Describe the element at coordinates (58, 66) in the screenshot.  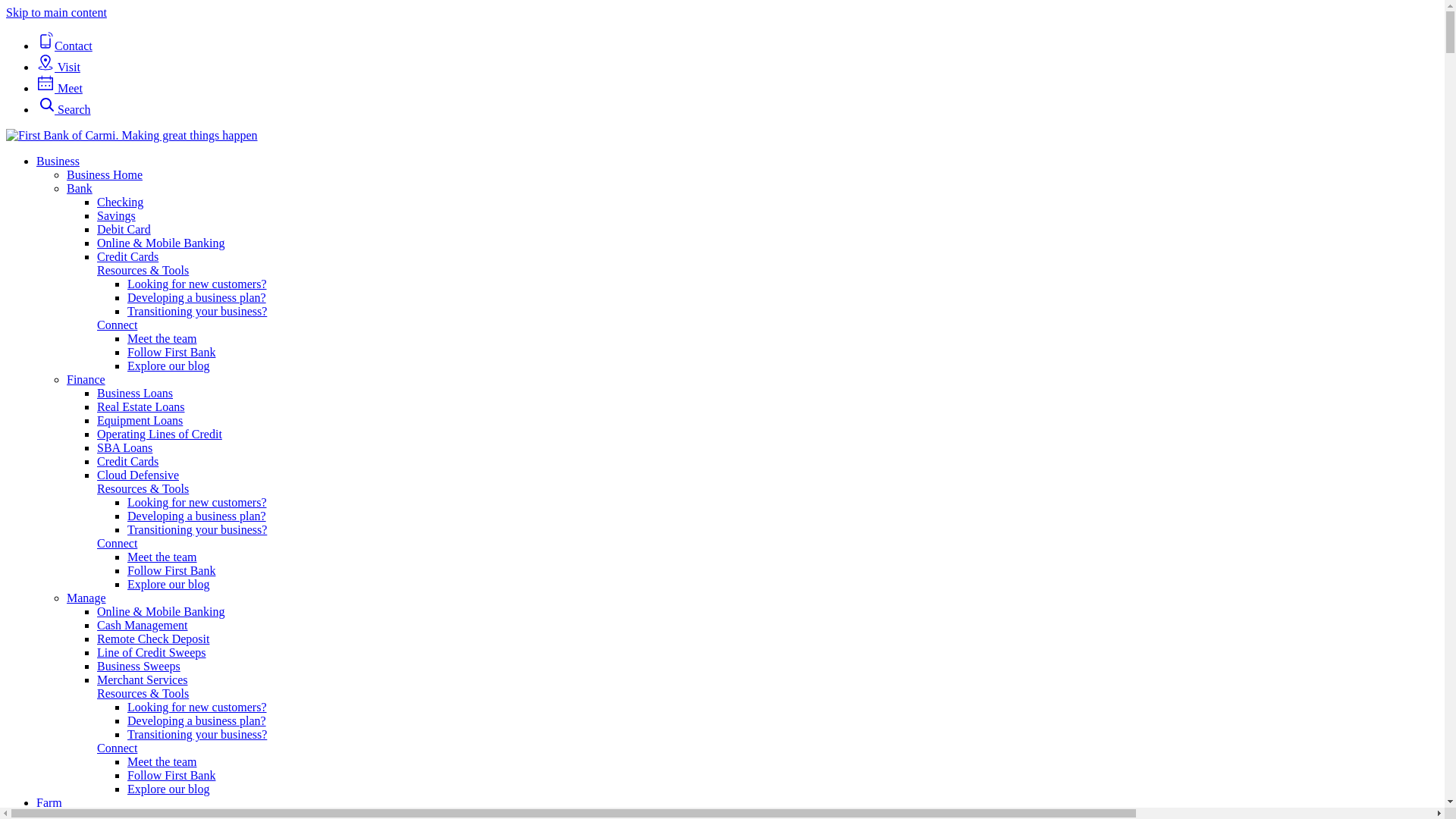
I see `'Visit'` at that location.